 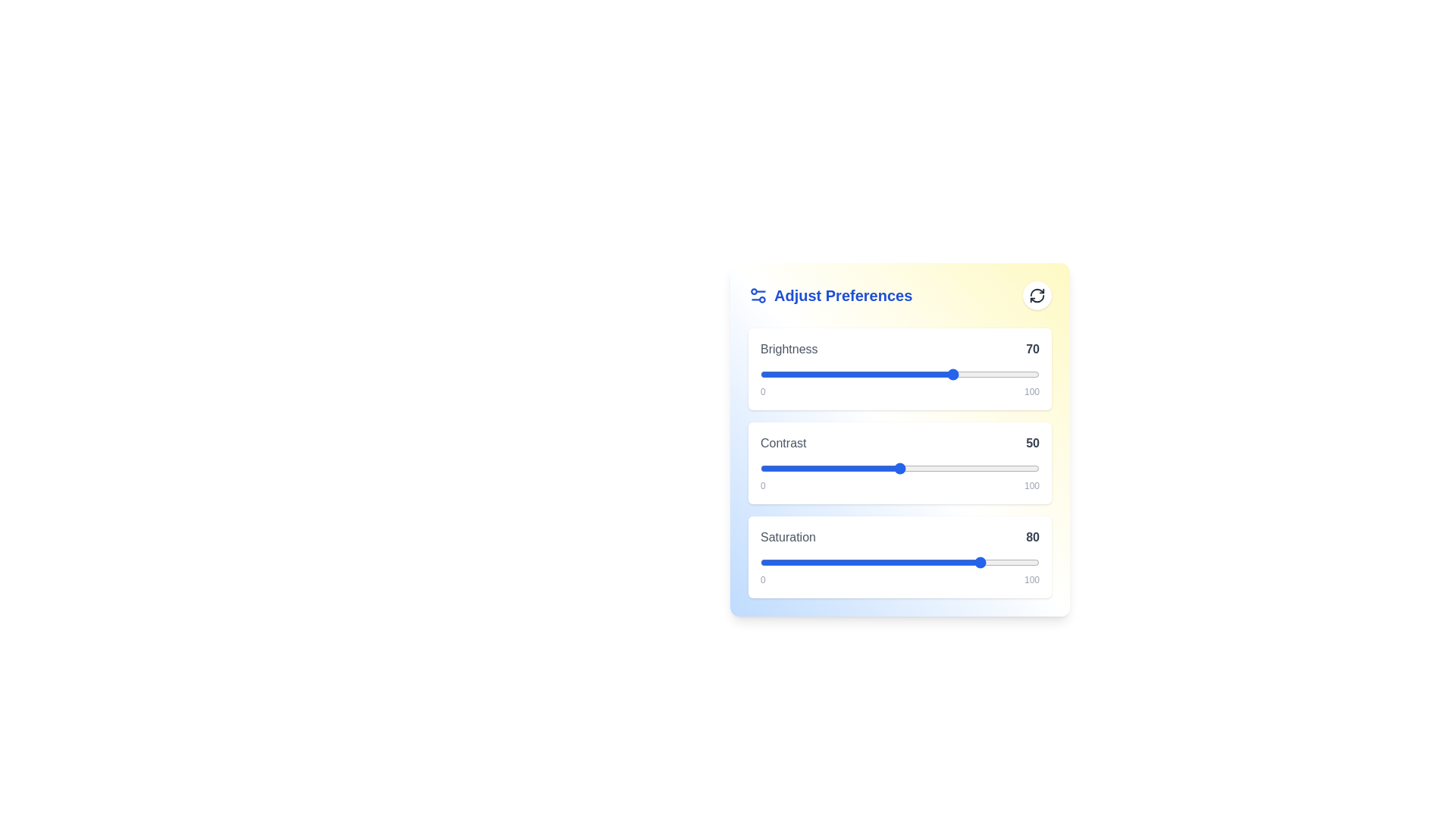 I want to click on the text label located at the top-left section of the settings interface, so click(x=830, y=295).